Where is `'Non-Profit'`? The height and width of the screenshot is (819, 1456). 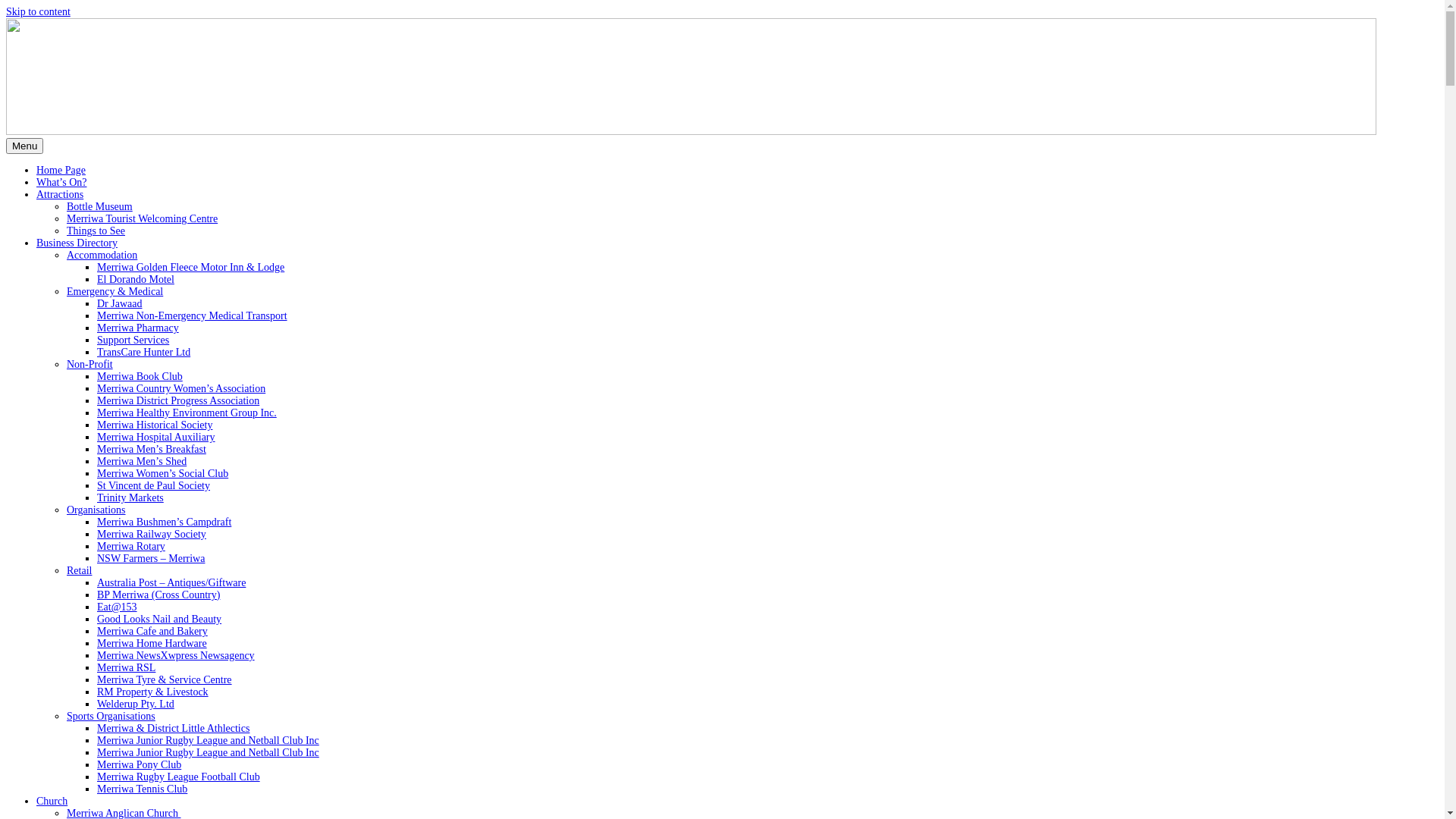 'Non-Profit' is located at coordinates (89, 364).